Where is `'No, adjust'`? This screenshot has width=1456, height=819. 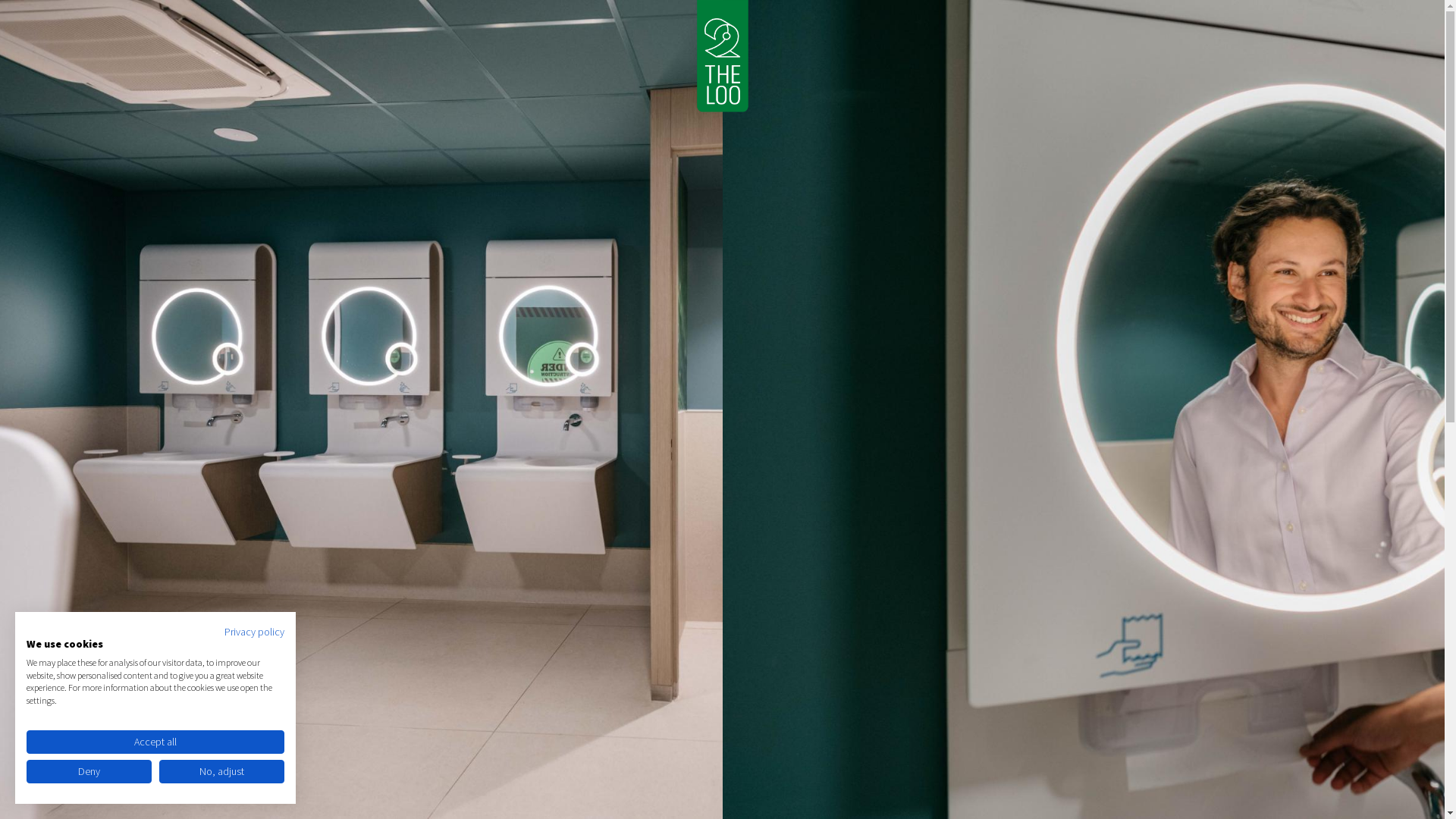
'No, adjust' is located at coordinates (221, 771).